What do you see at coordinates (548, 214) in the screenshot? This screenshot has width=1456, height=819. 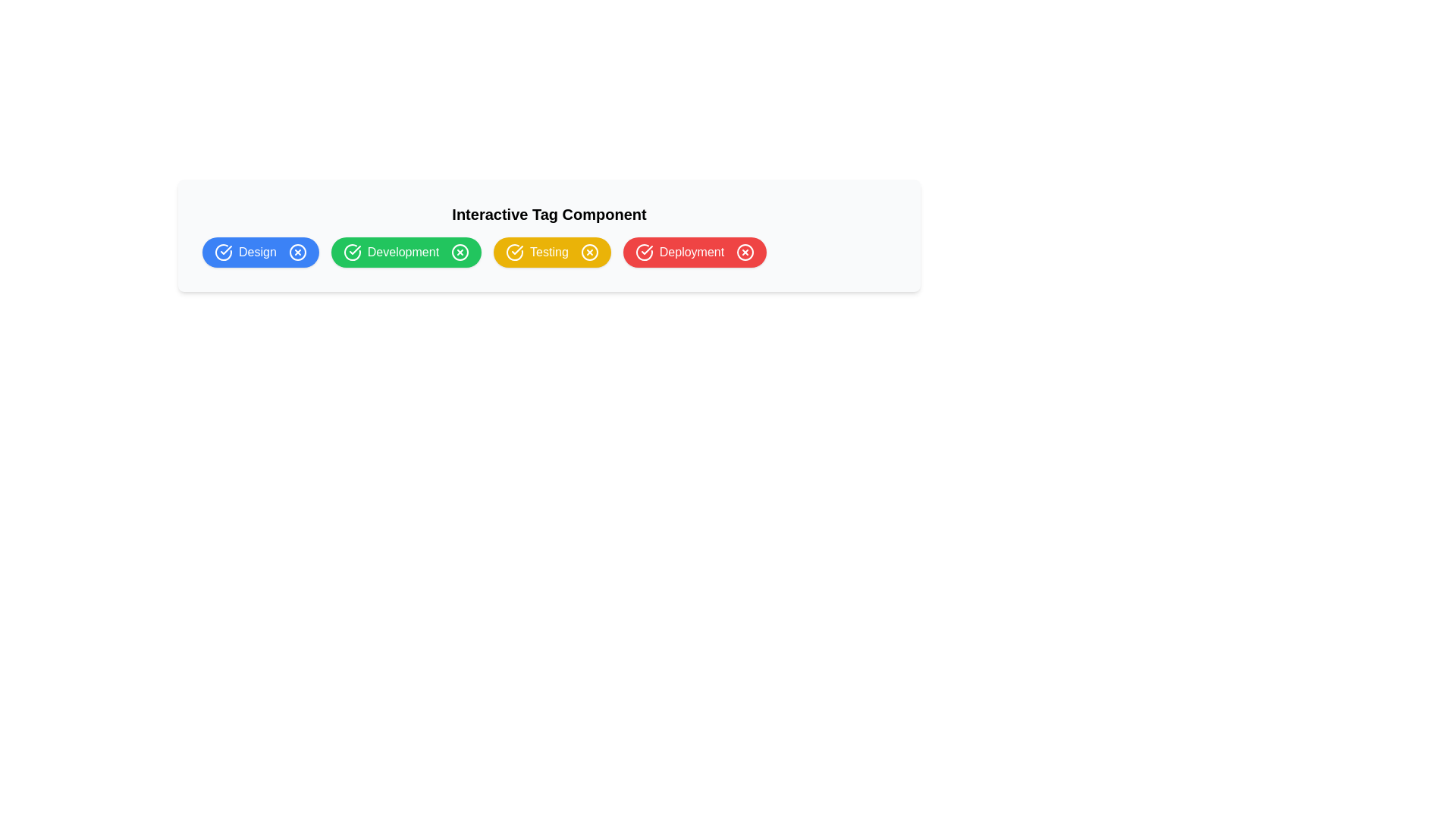 I see `the text label titled 'Interactive Tag Component'` at bounding box center [548, 214].